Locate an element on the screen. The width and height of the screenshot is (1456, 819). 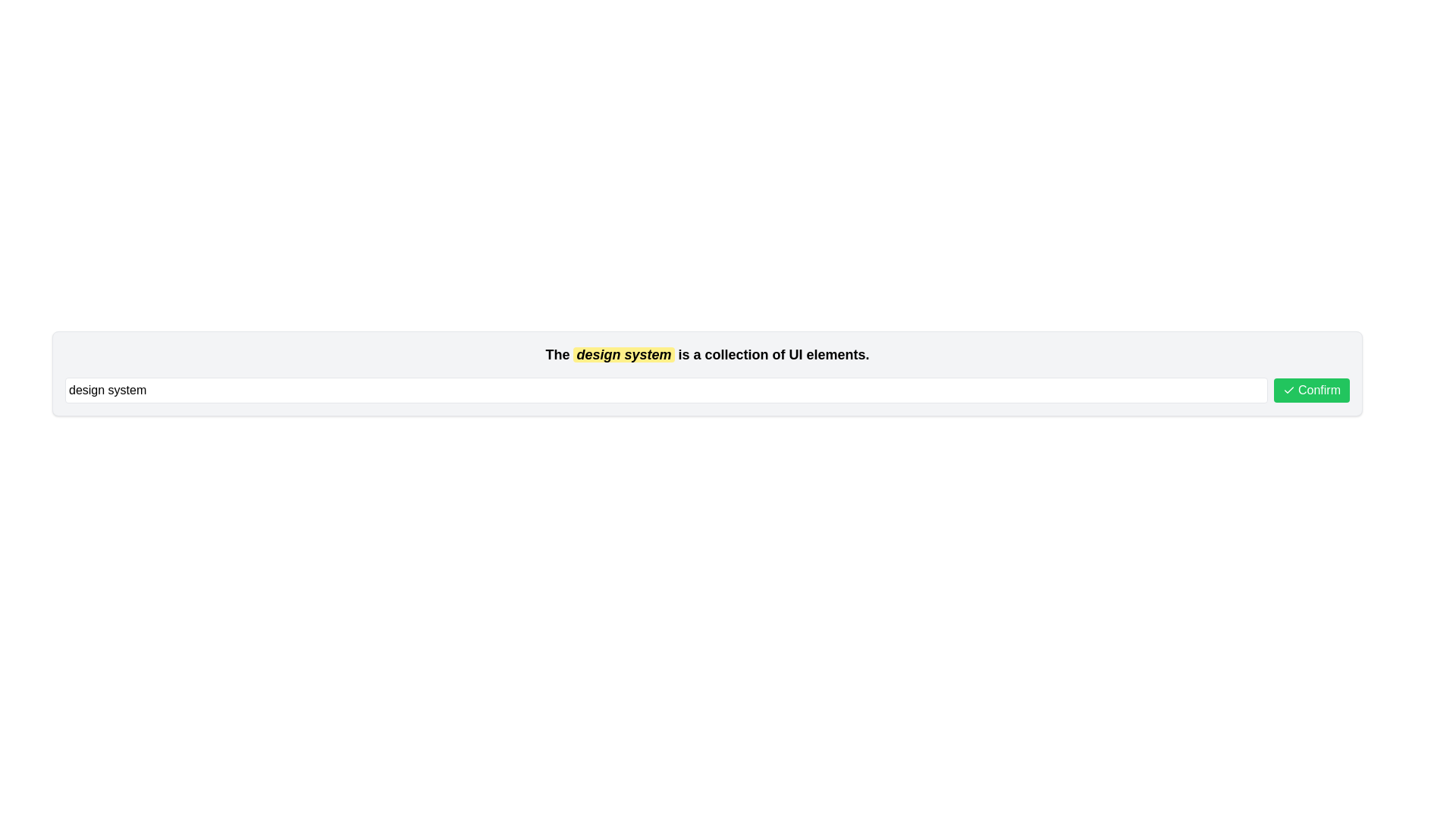
italicized text 'design system' highlighted with a yellow background and rounded corners, located in the middle of the sentence 'The design system is a collection of UI elements.' is located at coordinates (623, 354).